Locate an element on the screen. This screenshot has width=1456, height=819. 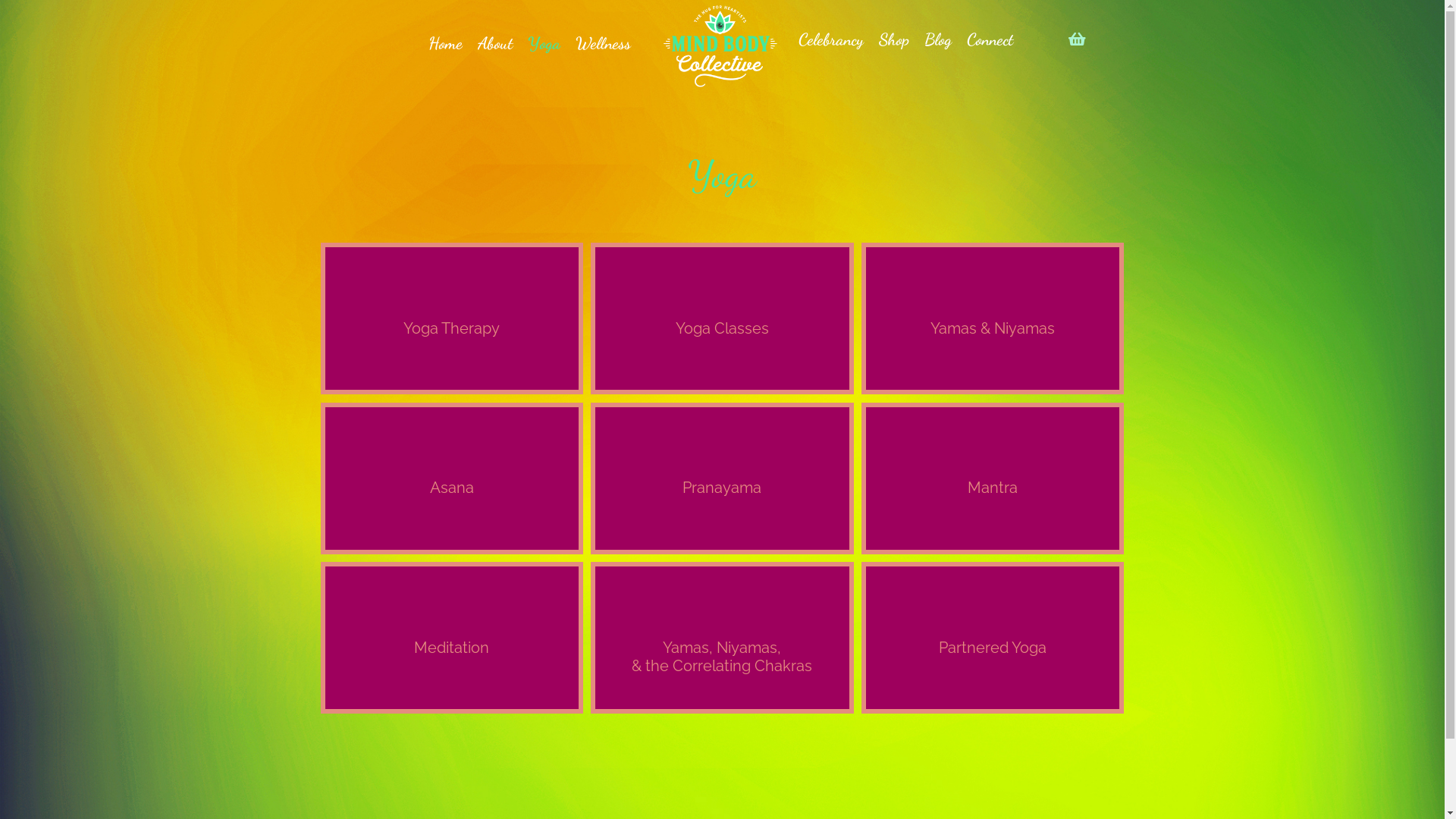
'Yoga Classes' is located at coordinates (720, 318).